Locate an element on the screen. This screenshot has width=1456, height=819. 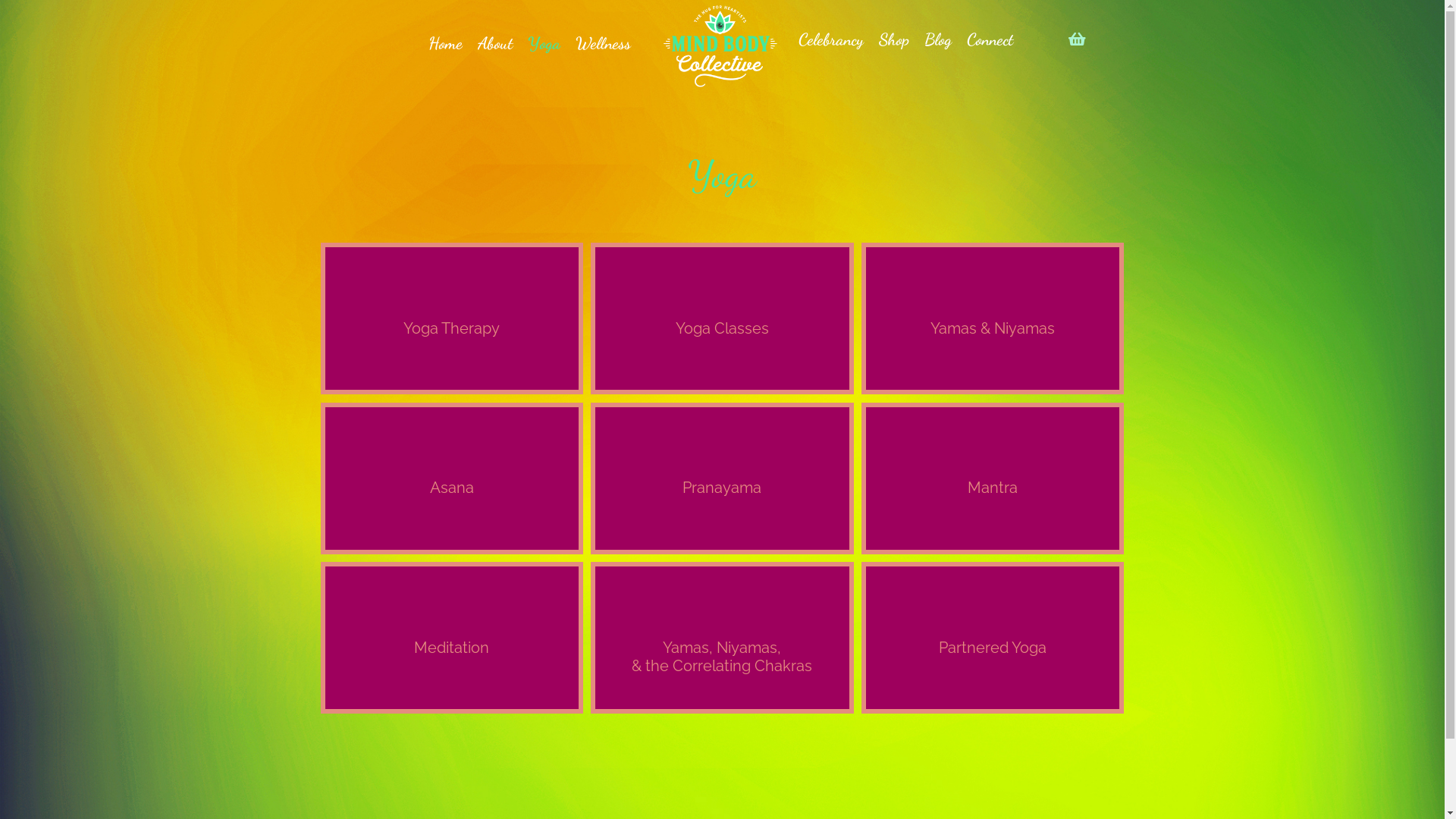
'Yoga Classes' is located at coordinates (720, 318).